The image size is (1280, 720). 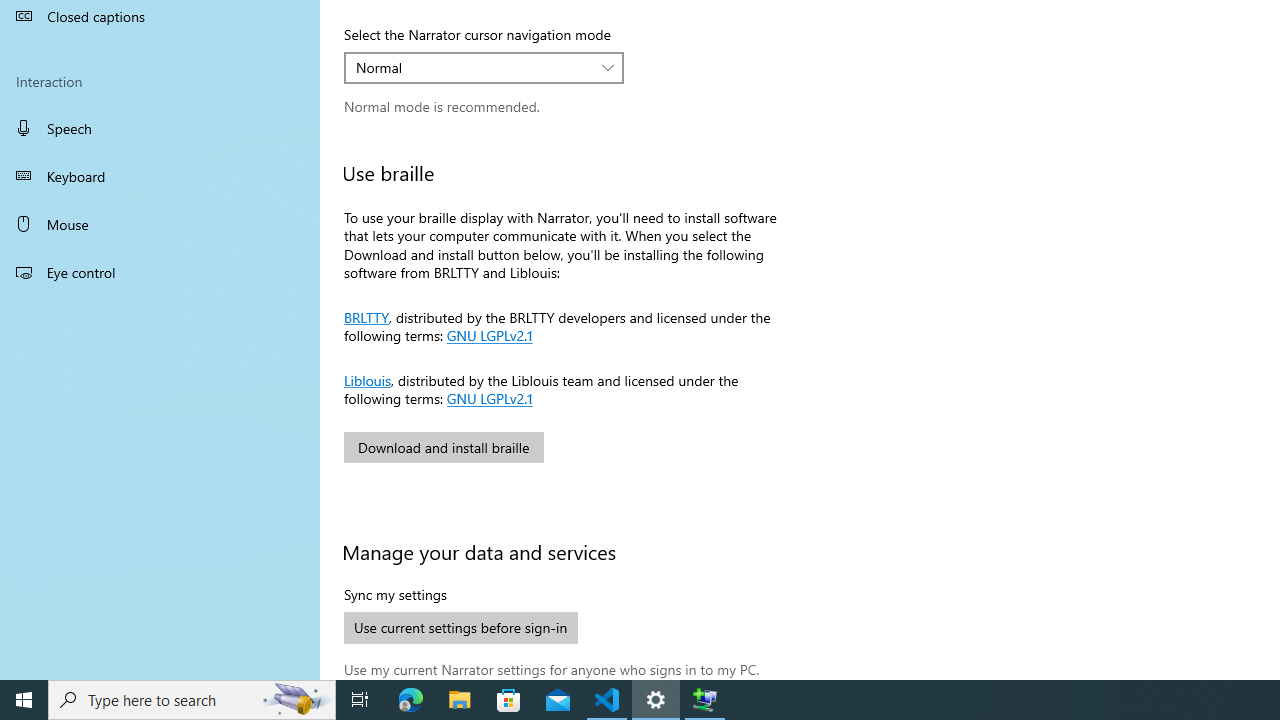 What do you see at coordinates (472, 66) in the screenshot?
I see `'Normal'` at bounding box center [472, 66].